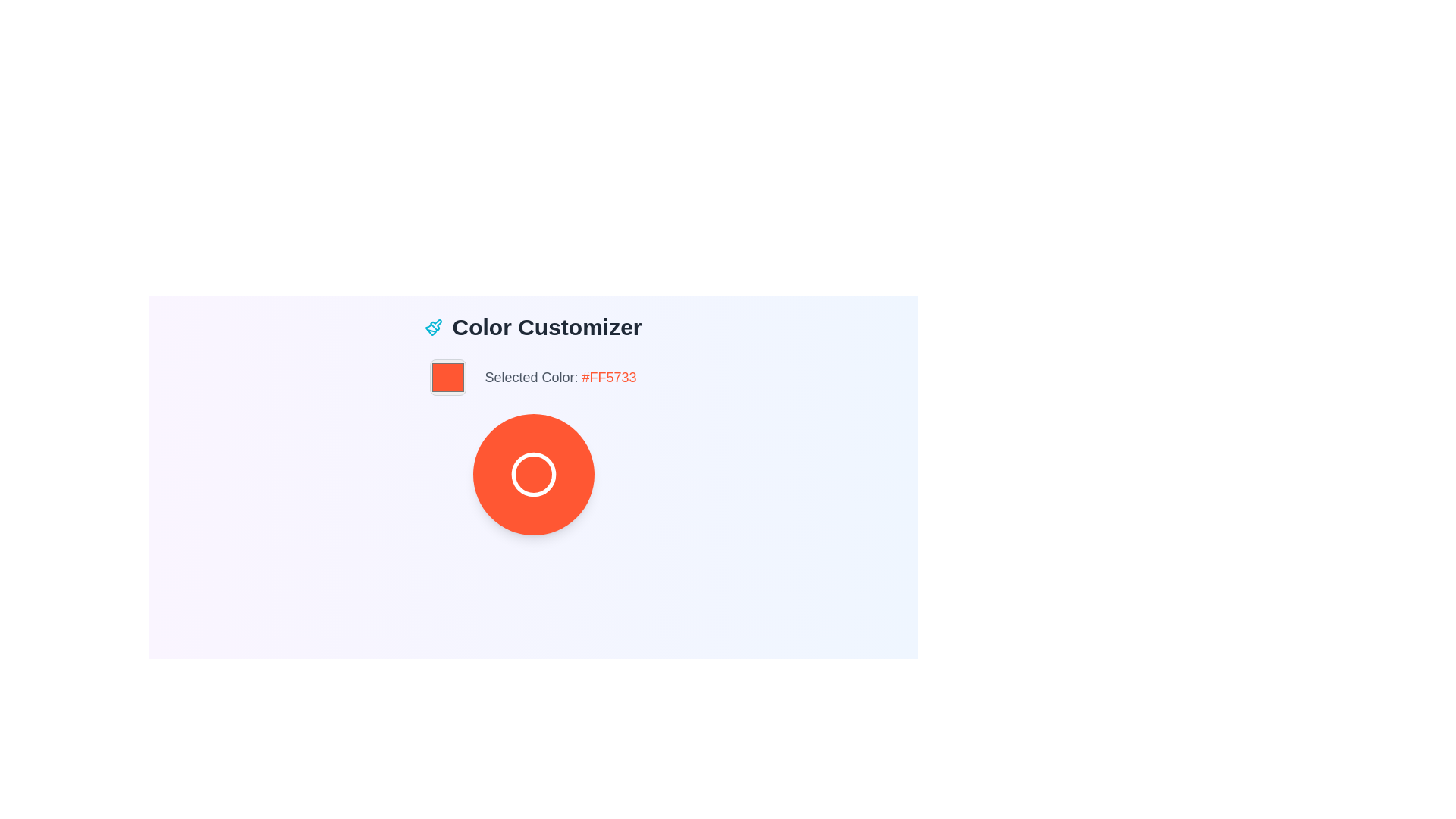 The height and width of the screenshot is (819, 1456). I want to click on the circular color customization button located below the 'Selected Color: #FF5733' text, so click(533, 473).